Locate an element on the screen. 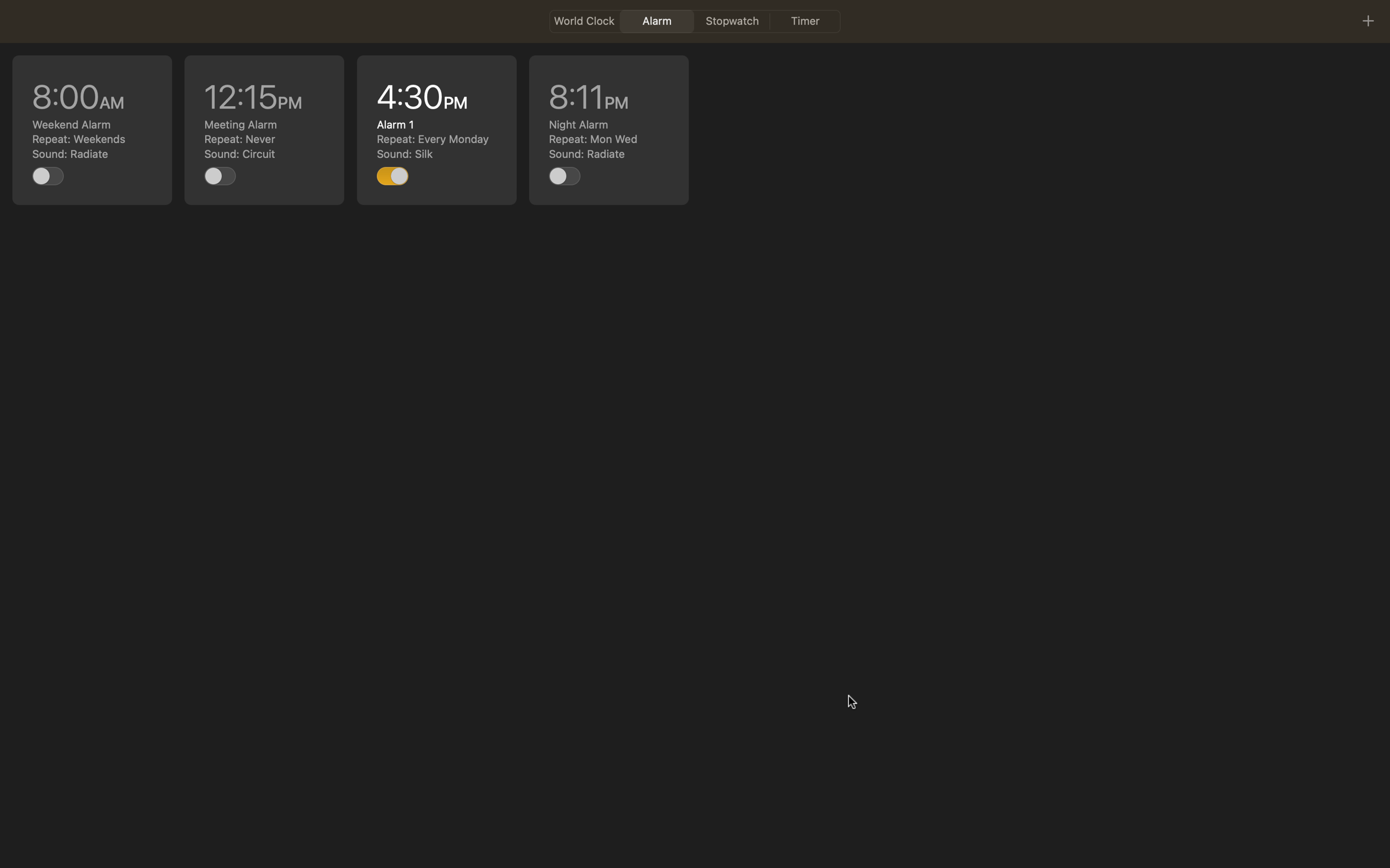  a new reminder by selecting the plus icon is located at coordinates (1367, 20).